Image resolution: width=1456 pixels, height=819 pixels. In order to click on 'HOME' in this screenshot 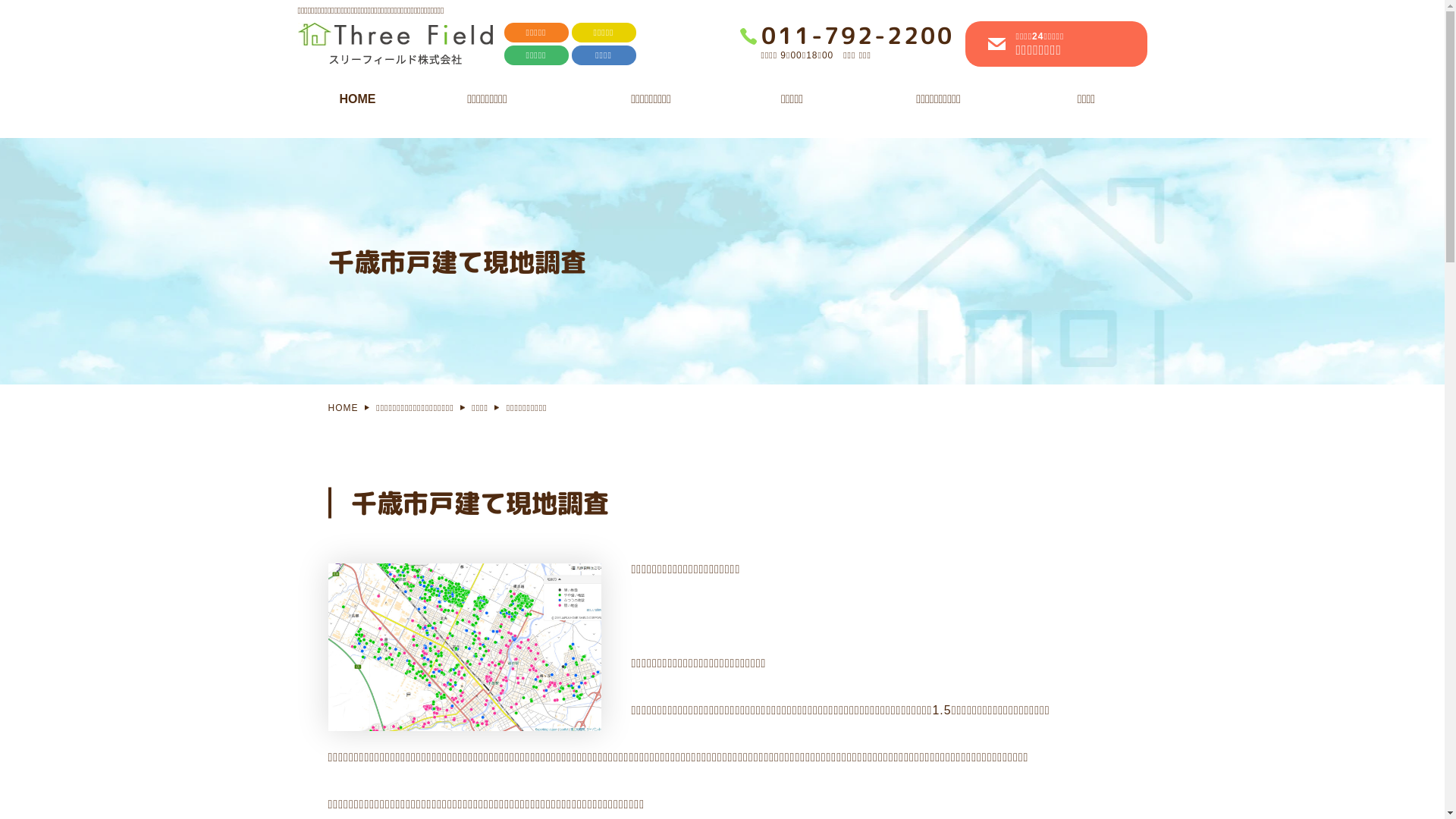, I will do `click(356, 102)`.